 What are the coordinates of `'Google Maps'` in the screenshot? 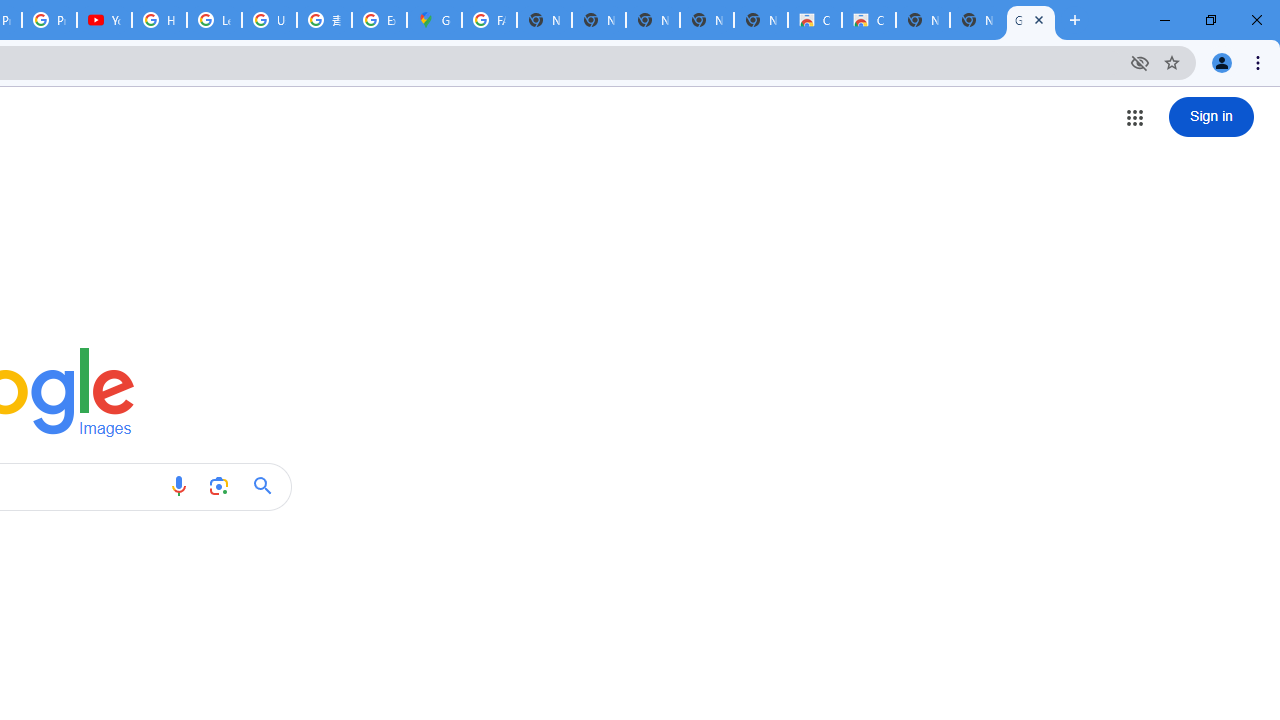 It's located at (433, 20).